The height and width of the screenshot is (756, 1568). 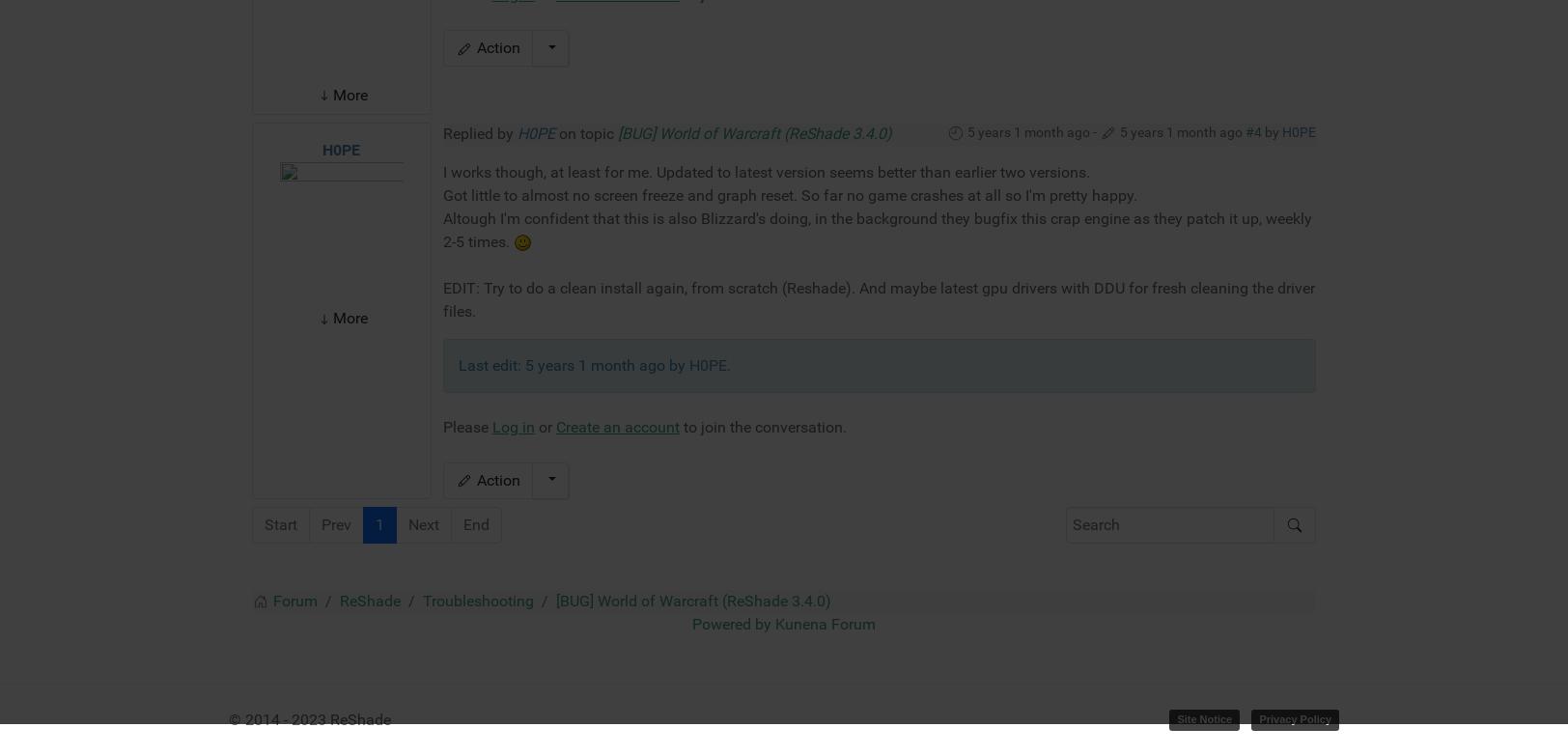 What do you see at coordinates (422, 218) in the screenshot?
I see `'Next'` at bounding box center [422, 218].